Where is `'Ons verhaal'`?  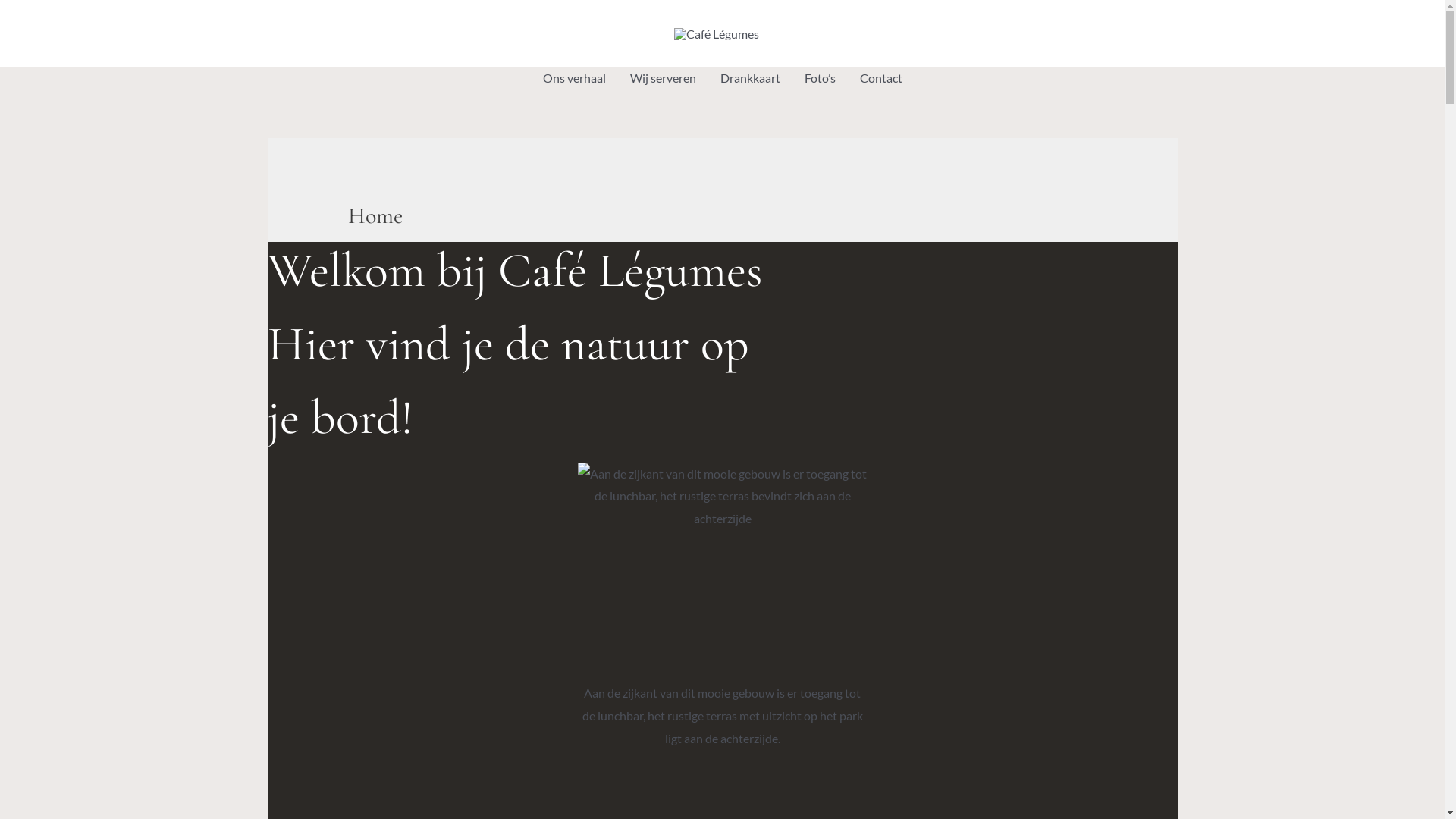
'Ons verhaal' is located at coordinates (573, 78).